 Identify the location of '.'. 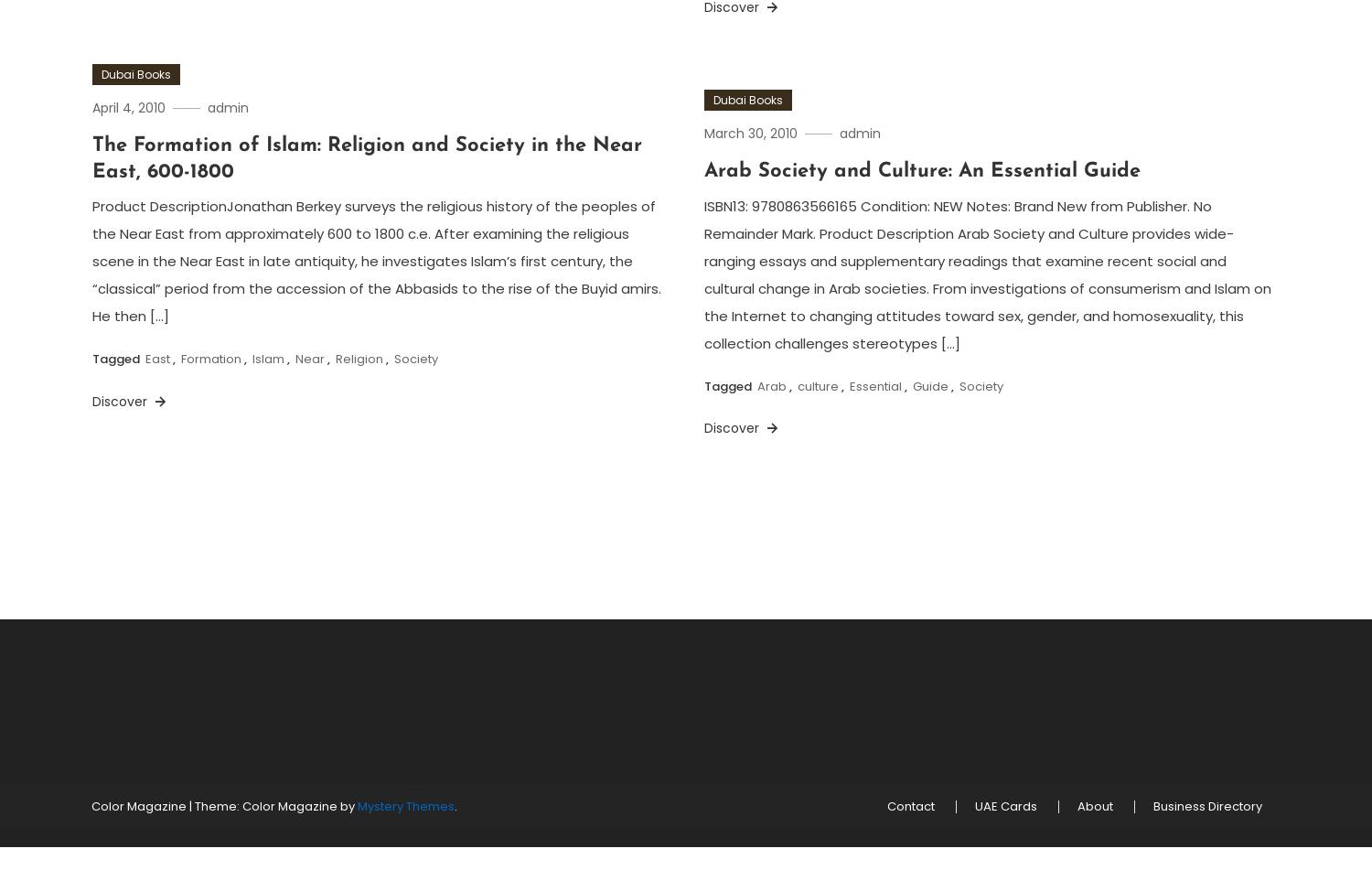
(455, 805).